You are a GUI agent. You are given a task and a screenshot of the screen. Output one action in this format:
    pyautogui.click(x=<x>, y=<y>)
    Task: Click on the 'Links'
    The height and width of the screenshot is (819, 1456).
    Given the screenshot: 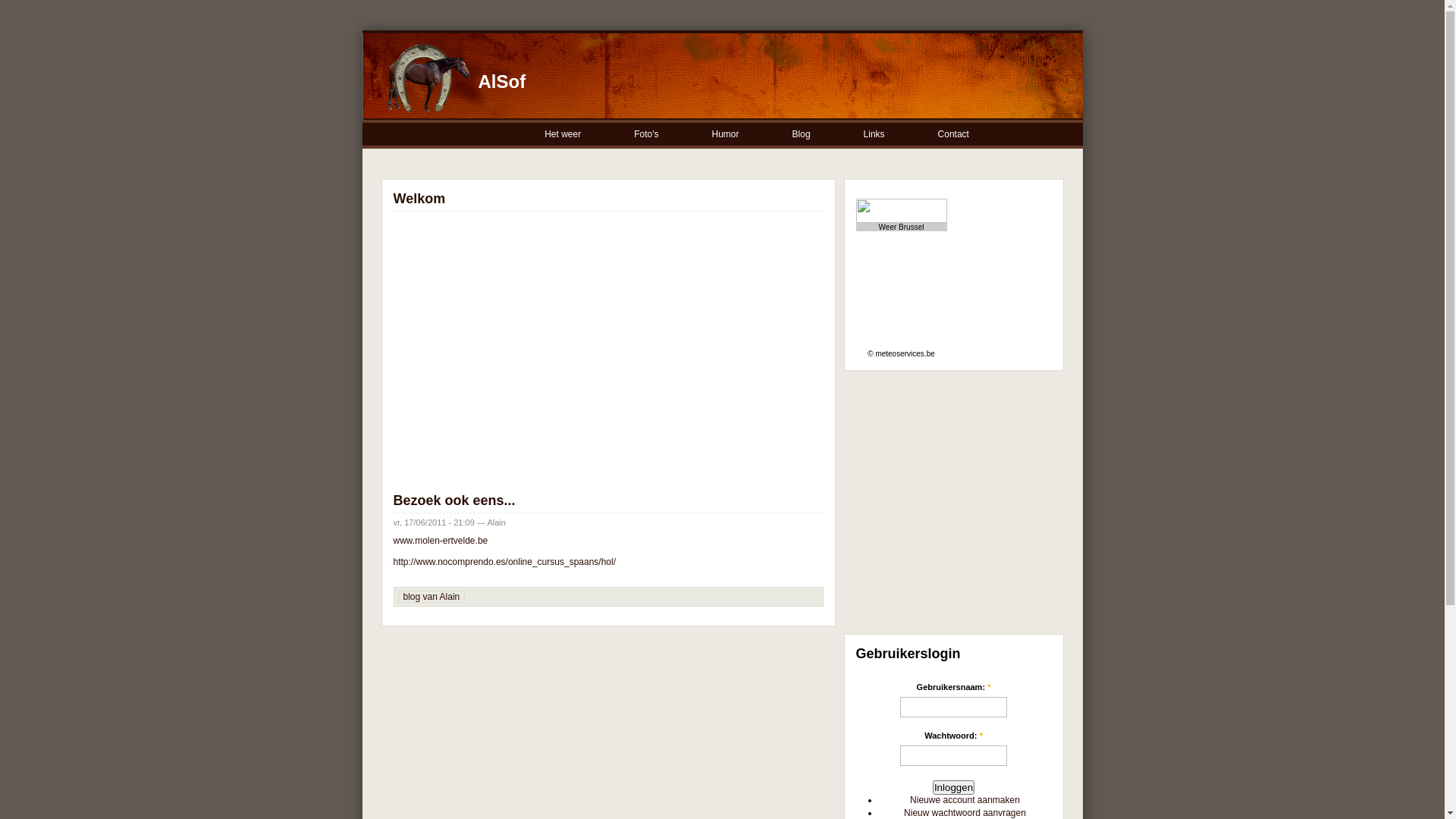 What is the action you would take?
    pyautogui.click(x=874, y=133)
    